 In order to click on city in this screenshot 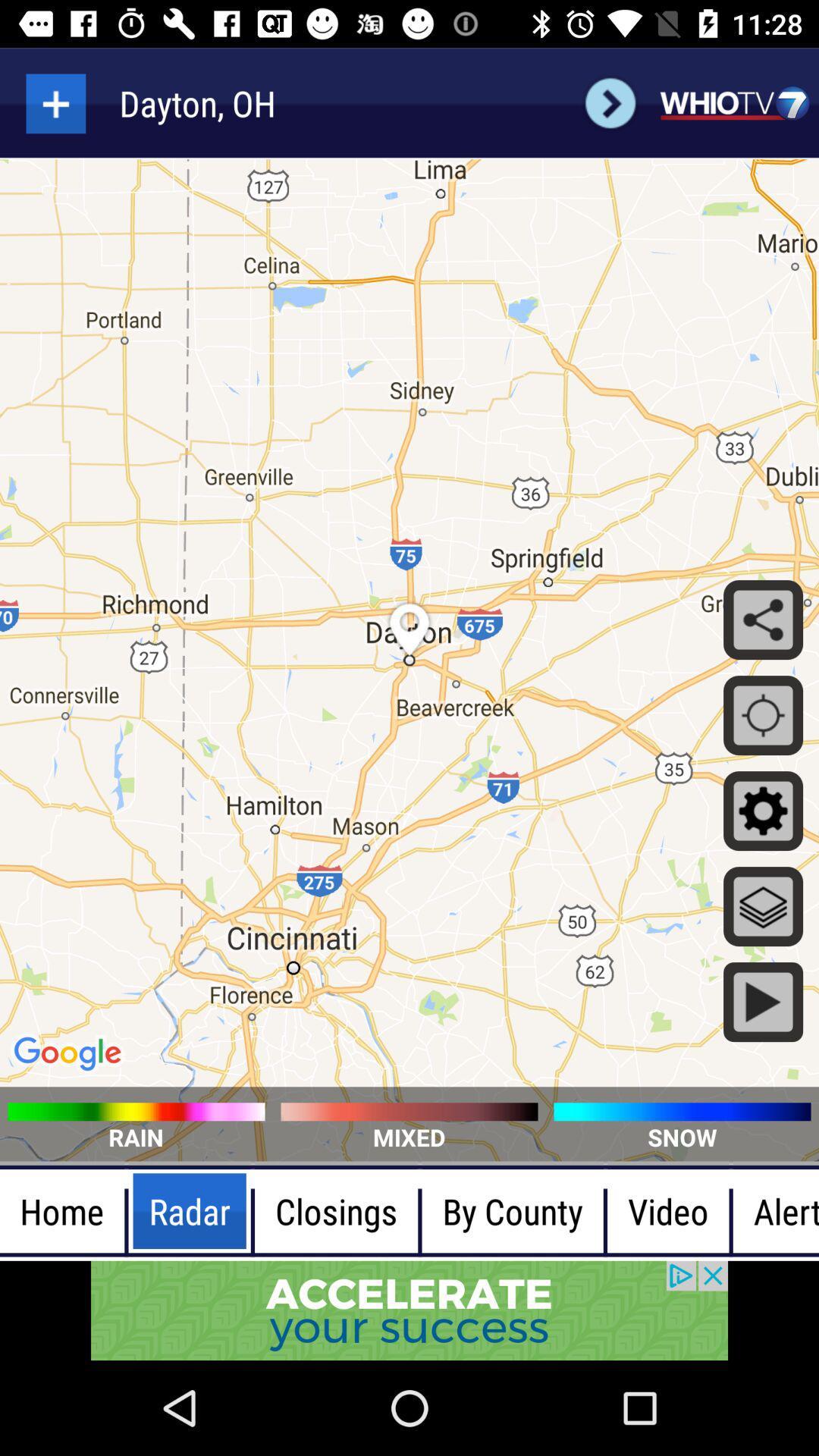, I will do `click(55, 102)`.